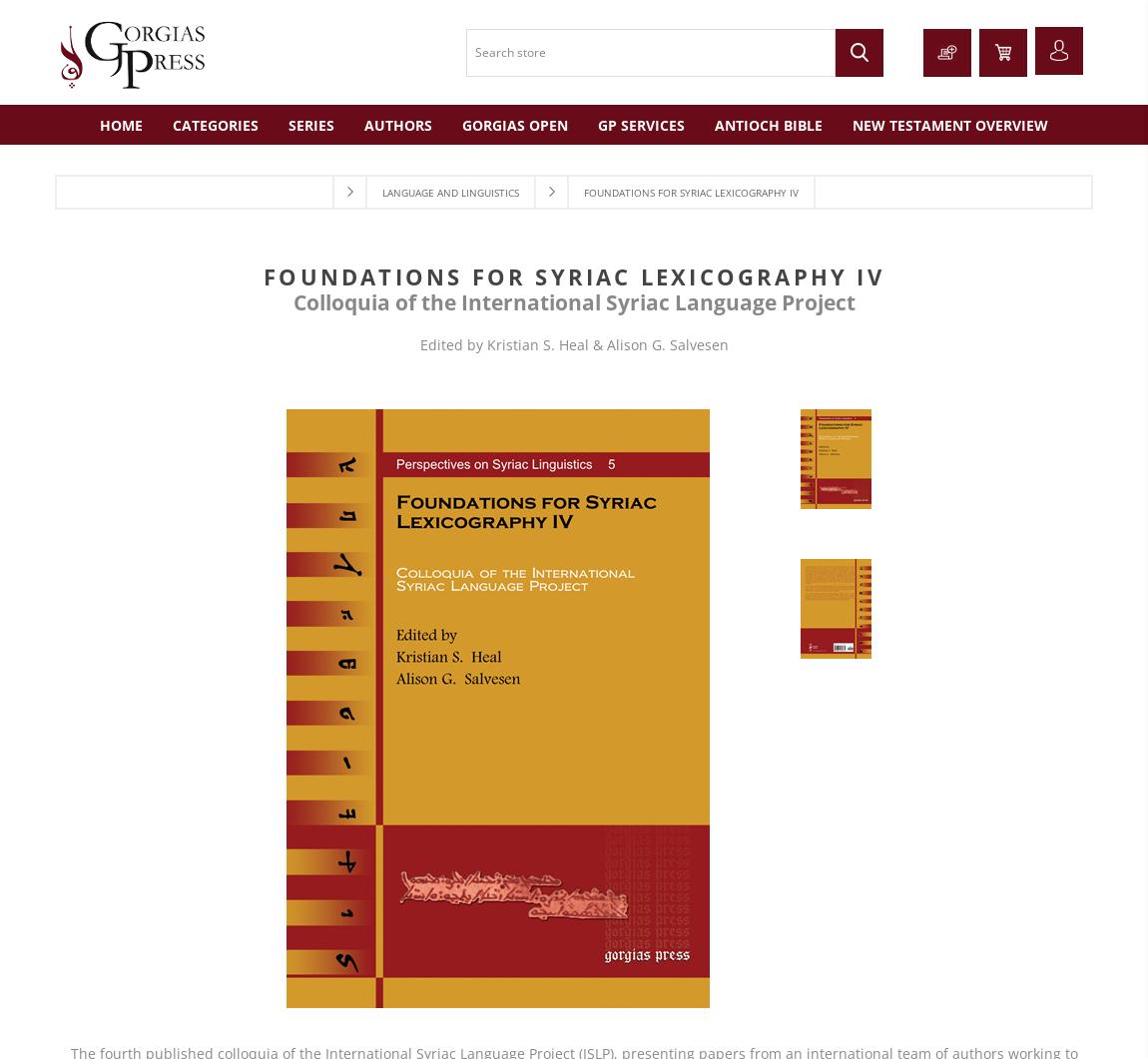 Image resolution: width=1148 pixels, height=1059 pixels. Describe the element at coordinates (214, 124) in the screenshot. I see `'Categories'` at that location.